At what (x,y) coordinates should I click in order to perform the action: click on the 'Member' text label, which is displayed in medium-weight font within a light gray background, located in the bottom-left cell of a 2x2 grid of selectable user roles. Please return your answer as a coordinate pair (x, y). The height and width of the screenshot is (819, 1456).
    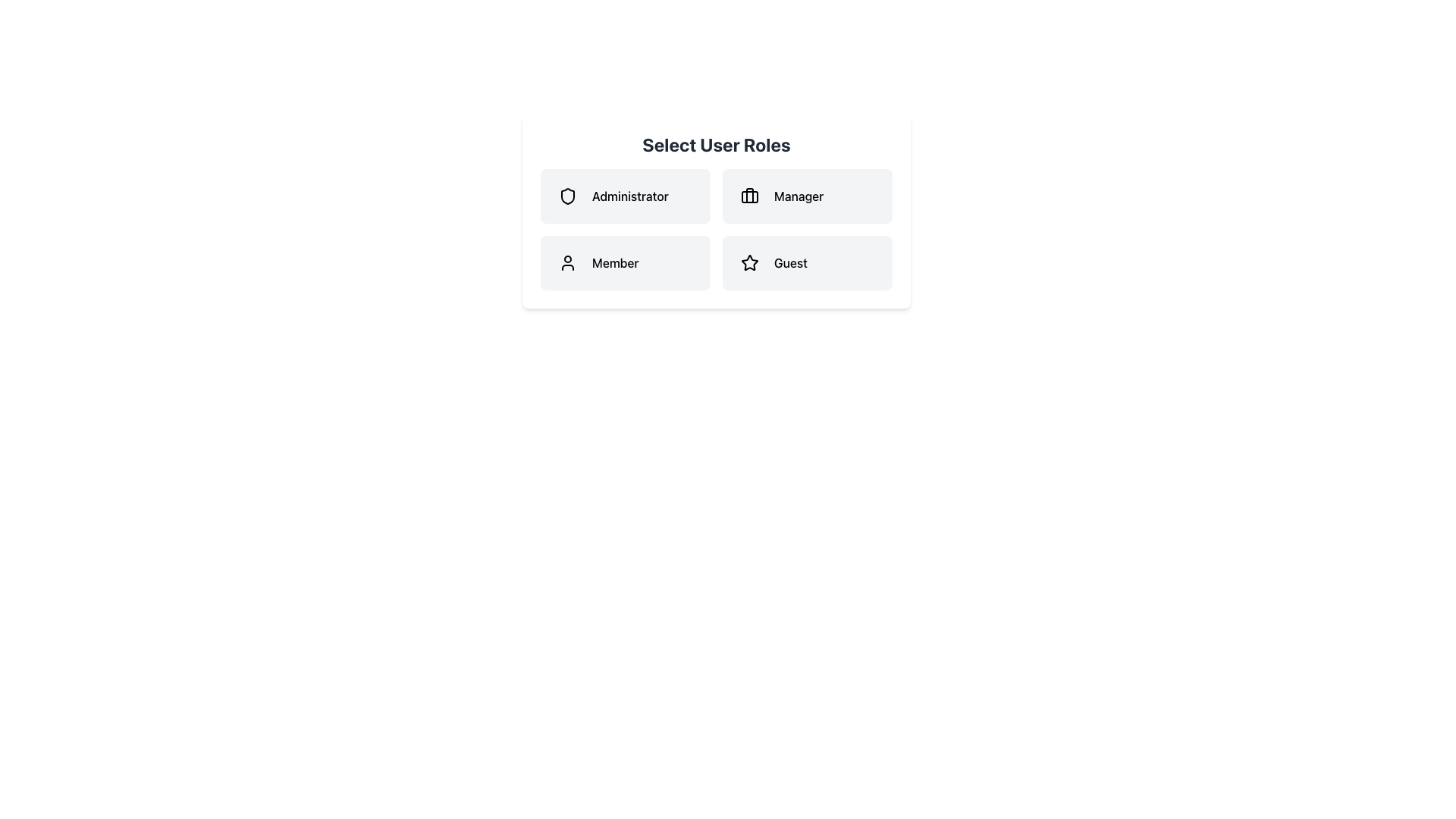
    Looking at the image, I should click on (615, 262).